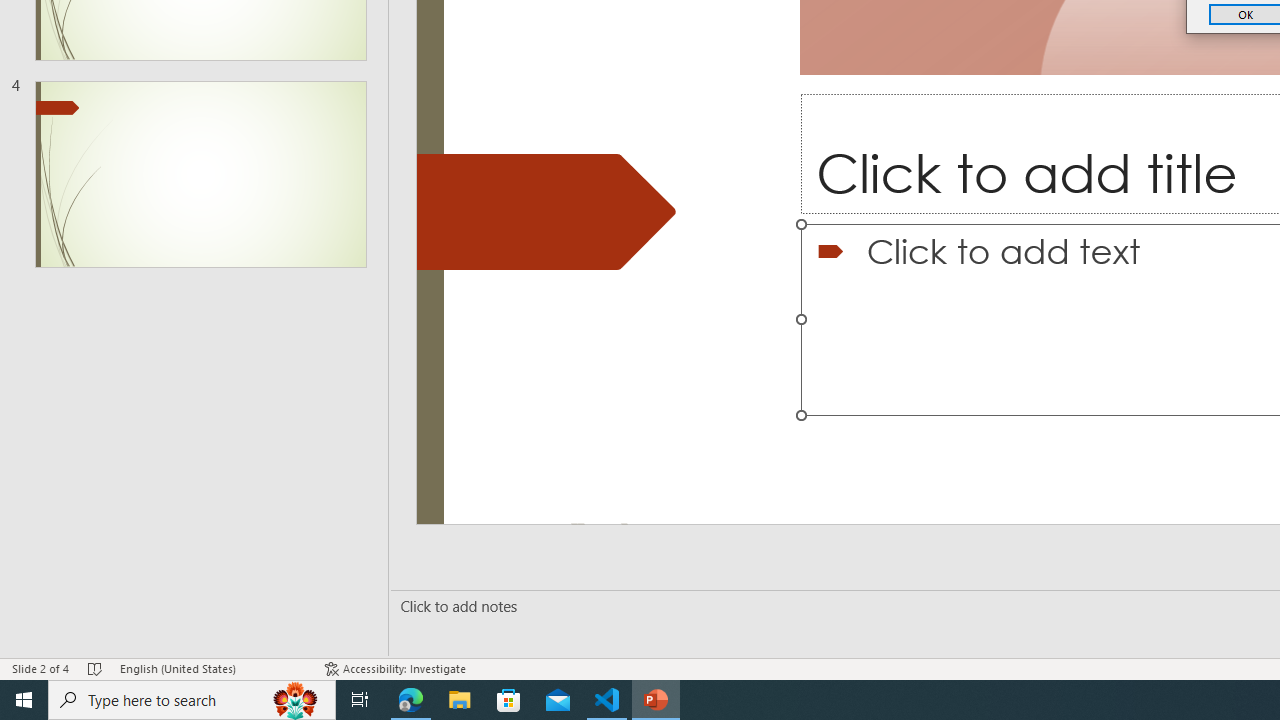 This screenshot has height=720, width=1280. Describe the element at coordinates (546, 212) in the screenshot. I see `'Decorative Locked'` at that location.